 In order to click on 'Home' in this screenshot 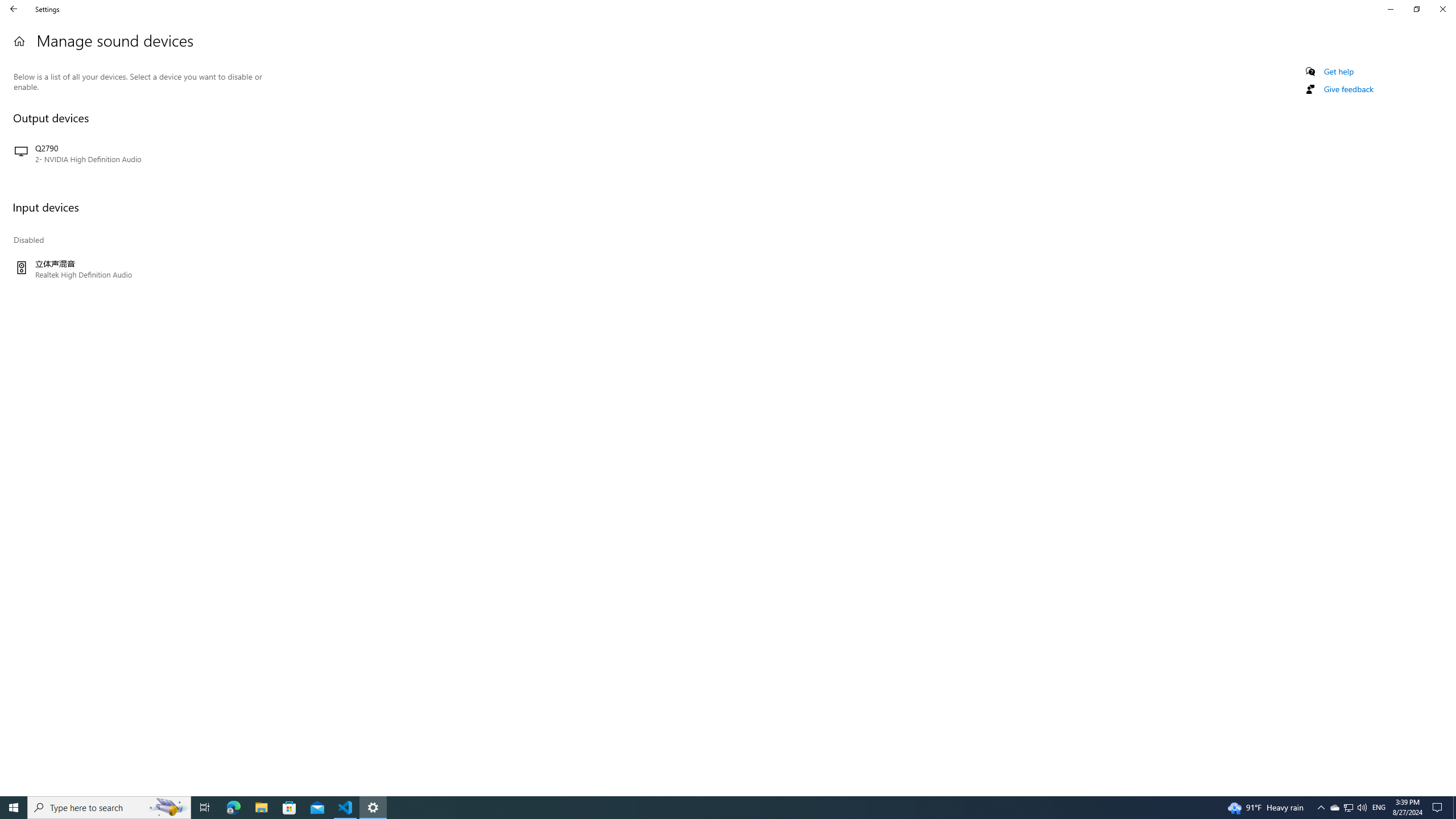, I will do `click(19, 41)`.